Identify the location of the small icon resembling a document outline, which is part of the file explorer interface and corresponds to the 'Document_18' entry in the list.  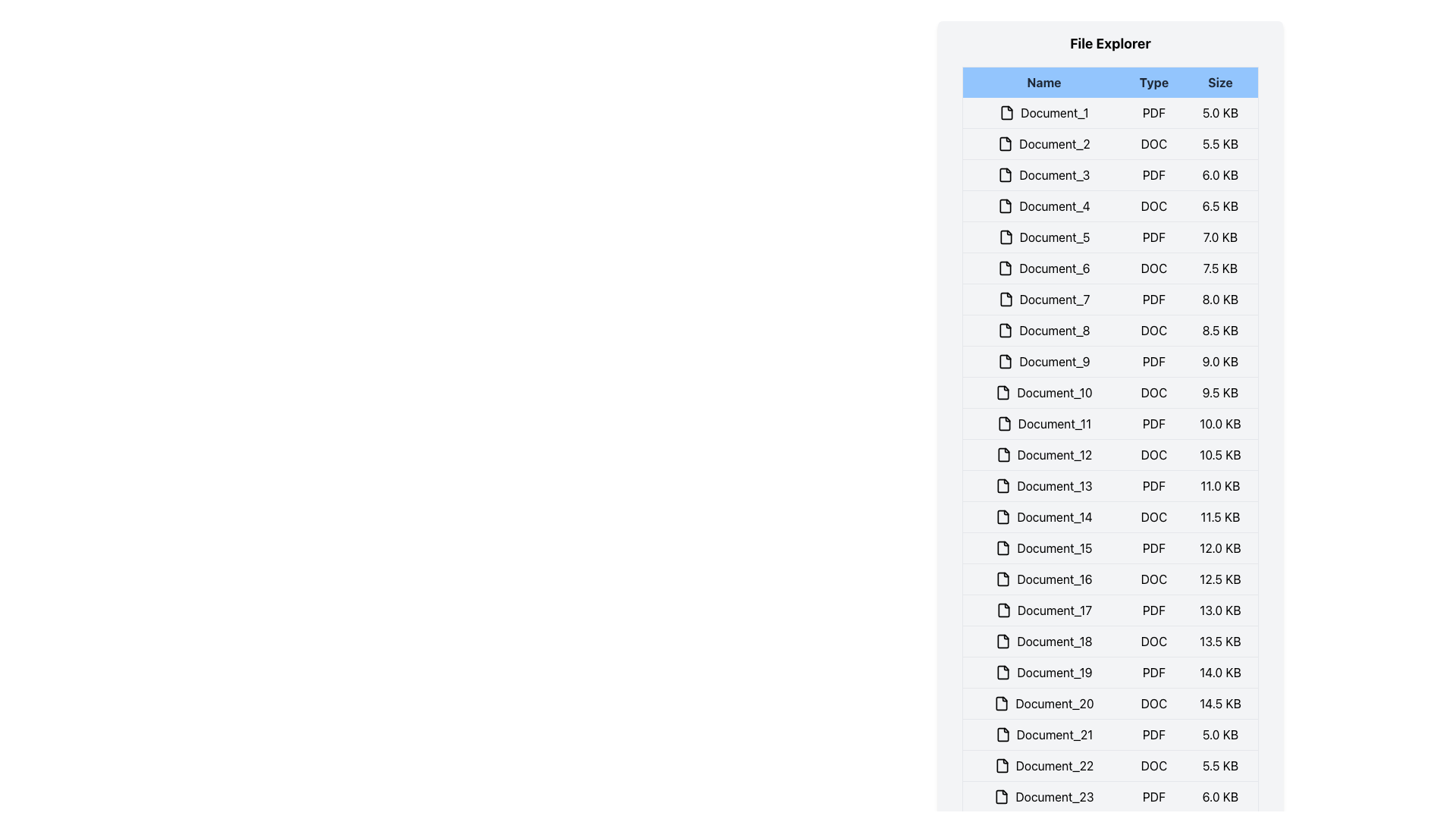
(1003, 641).